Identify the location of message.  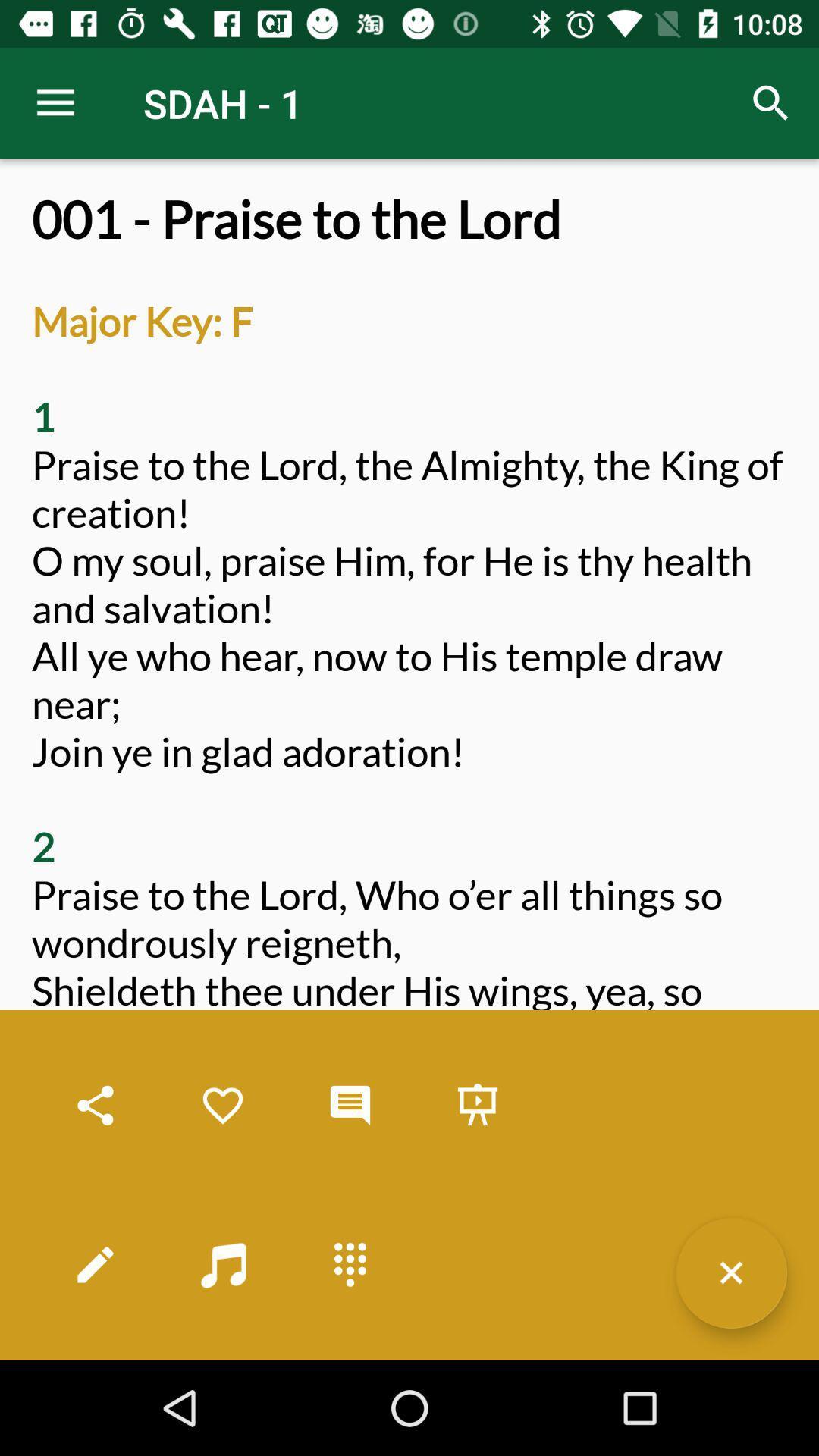
(350, 1106).